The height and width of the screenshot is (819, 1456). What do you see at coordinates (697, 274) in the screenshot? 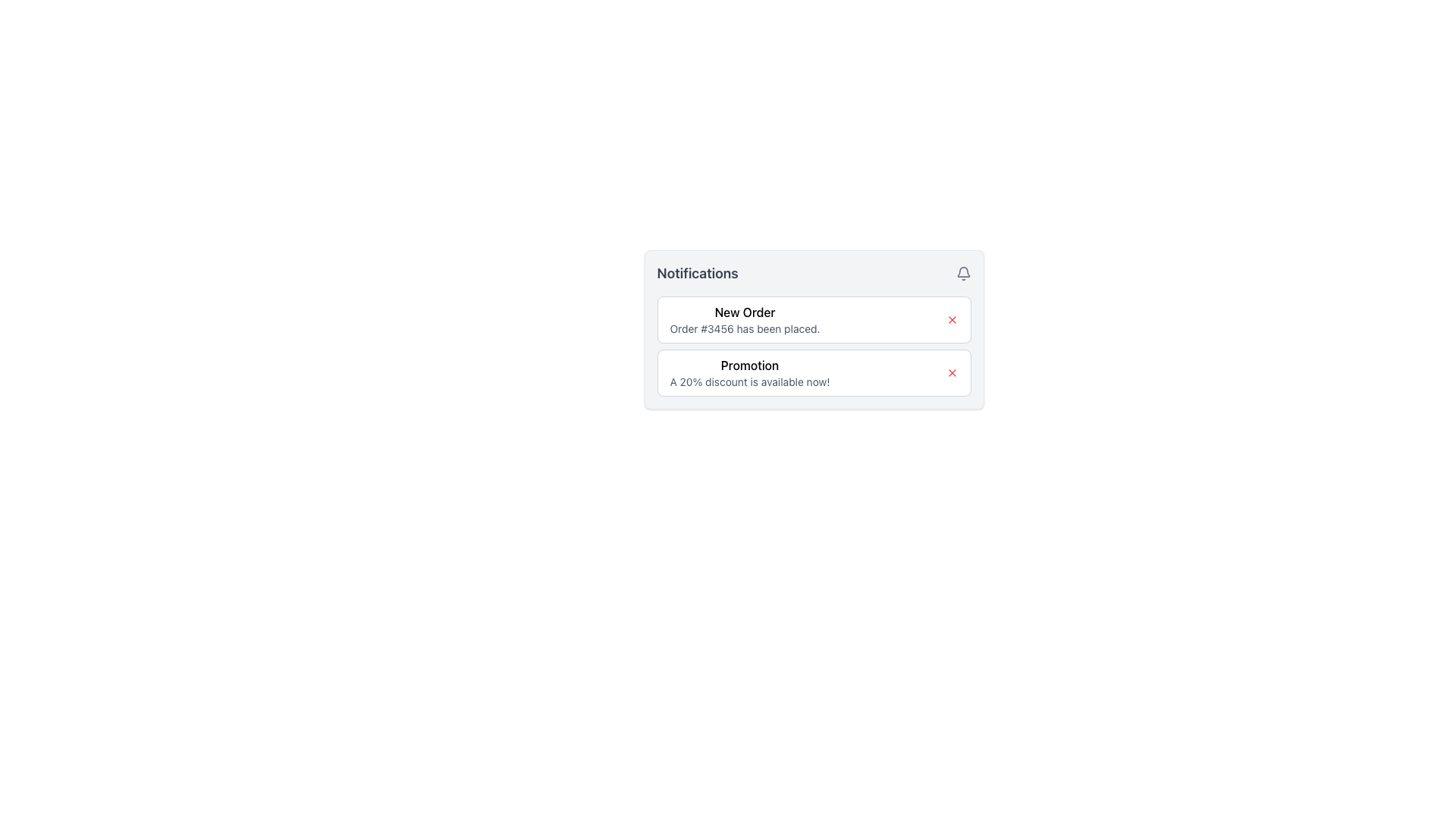
I see `the prominent text label displaying 'Notifications' in bold and large font, located at the top-left corner of the notification panel` at bounding box center [697, 274].